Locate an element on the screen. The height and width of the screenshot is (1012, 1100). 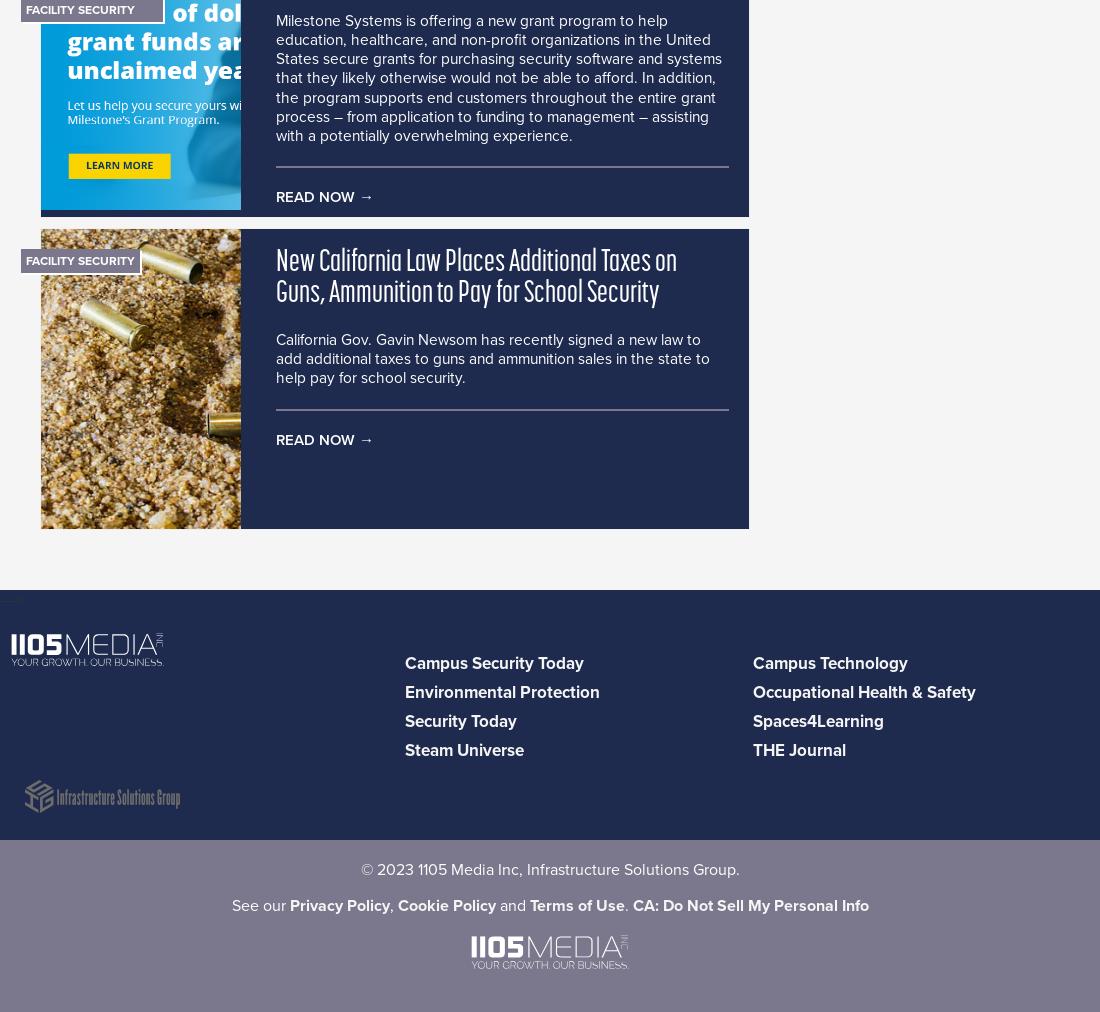
'--->' is located at coordinates (10, 599).